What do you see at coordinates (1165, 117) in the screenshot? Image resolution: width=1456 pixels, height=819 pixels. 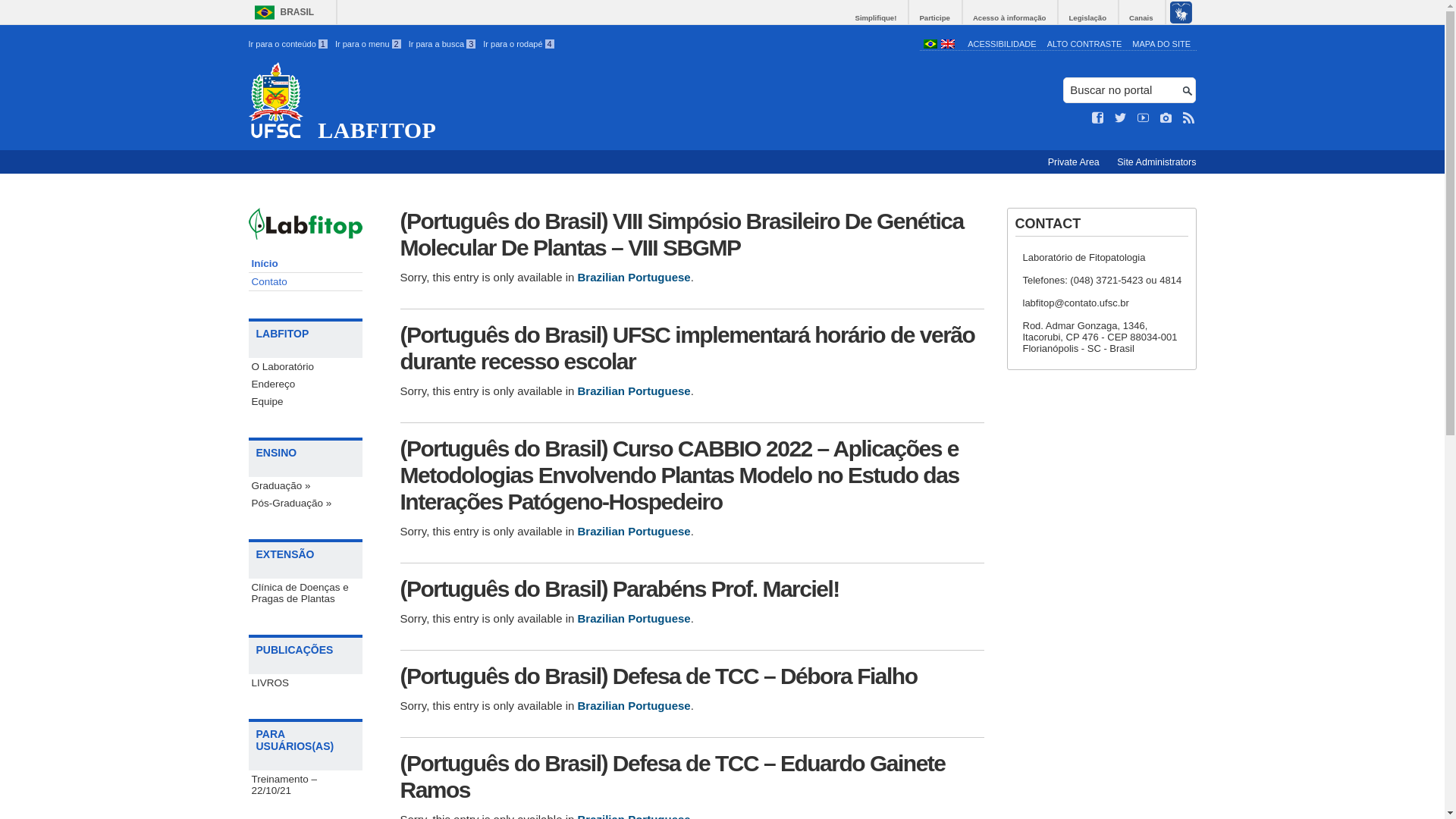 I see `'Veja no Instagram'` at bounding box center [1165, 117].